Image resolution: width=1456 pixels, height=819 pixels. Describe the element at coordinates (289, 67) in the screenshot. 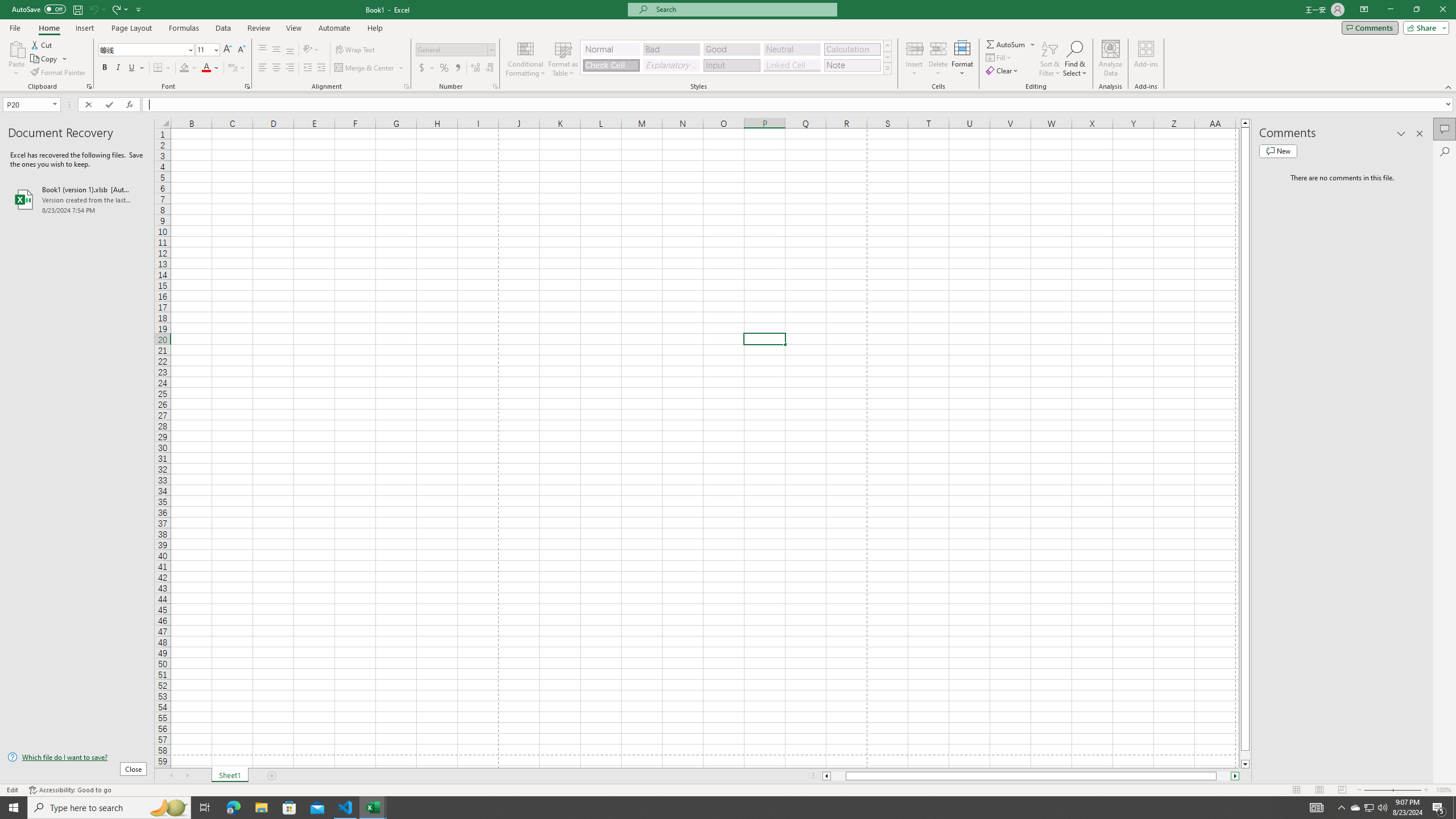

I see `'Align Right'` at that location.